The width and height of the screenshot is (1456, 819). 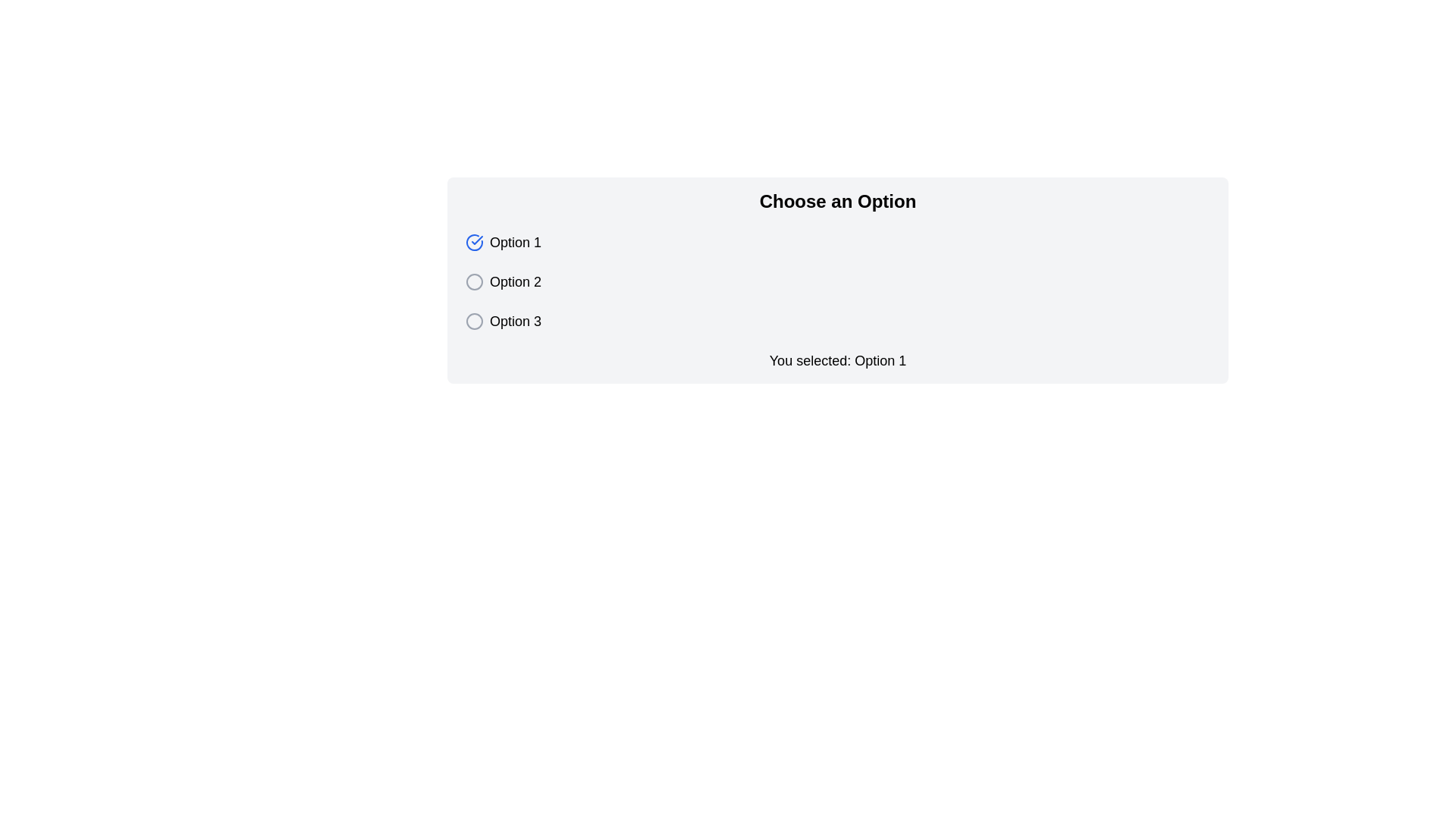 I want to click on the label representing the second option in the list, which is positioned to the right of a circle icon, so click(x=516, y=281).